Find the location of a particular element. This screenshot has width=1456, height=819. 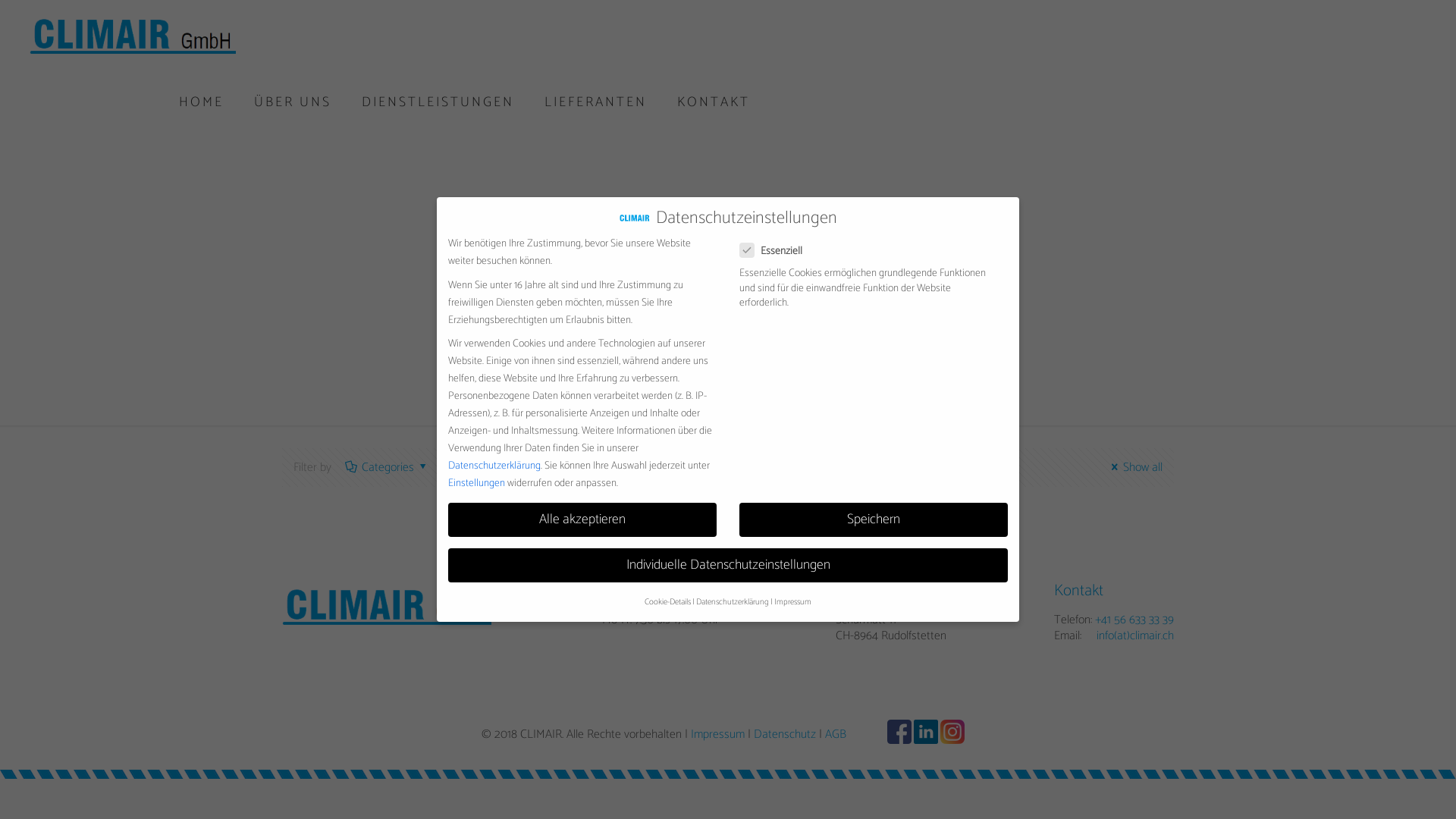

'Facebook' is located at coordinates (884, 739).